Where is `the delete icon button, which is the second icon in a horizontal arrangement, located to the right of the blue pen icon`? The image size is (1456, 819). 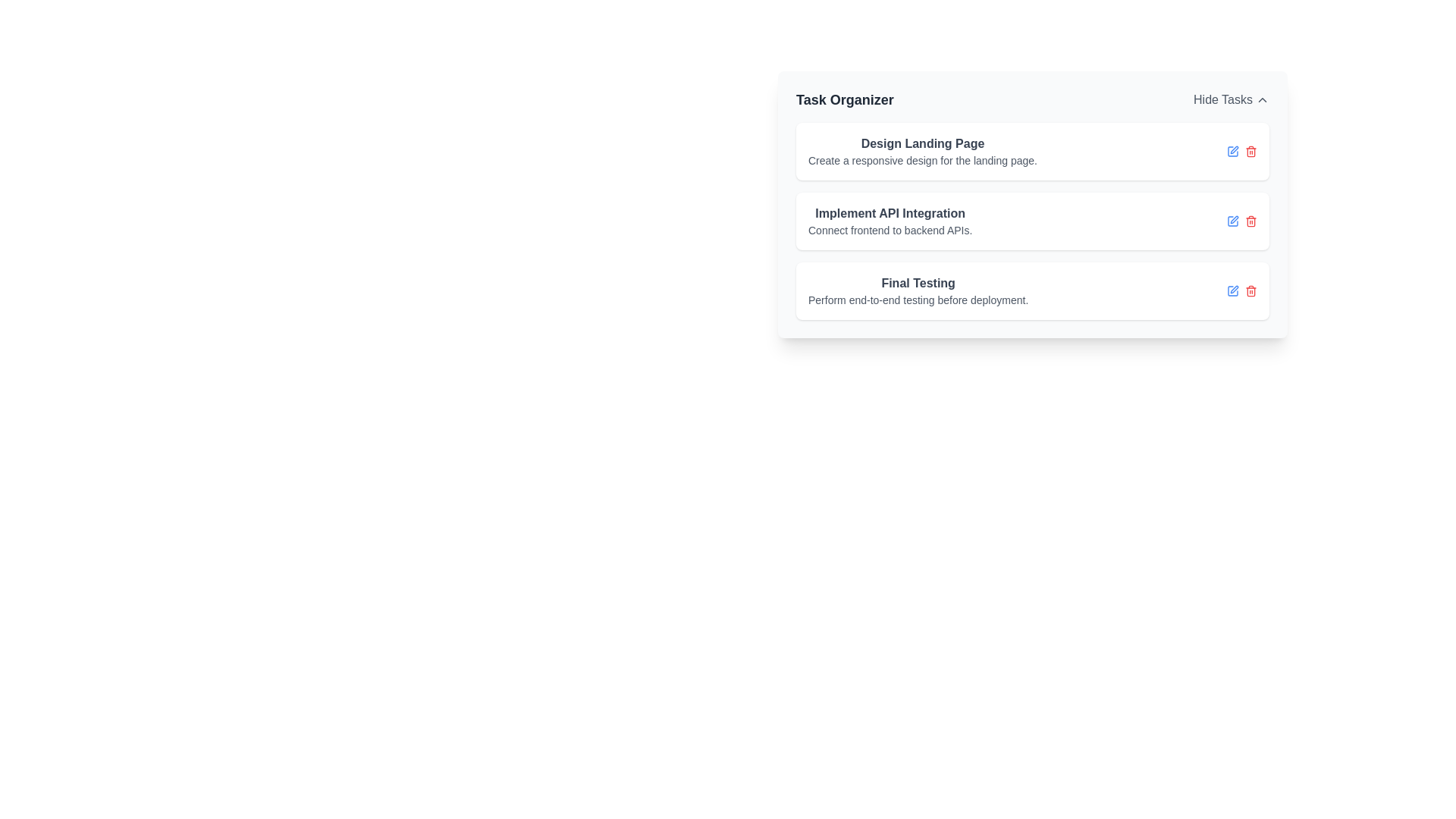 the delete icon button, which is the second icon in a horizontal arrangement, located to the right of the blue pen icon is located at coordinates (1251, 221).